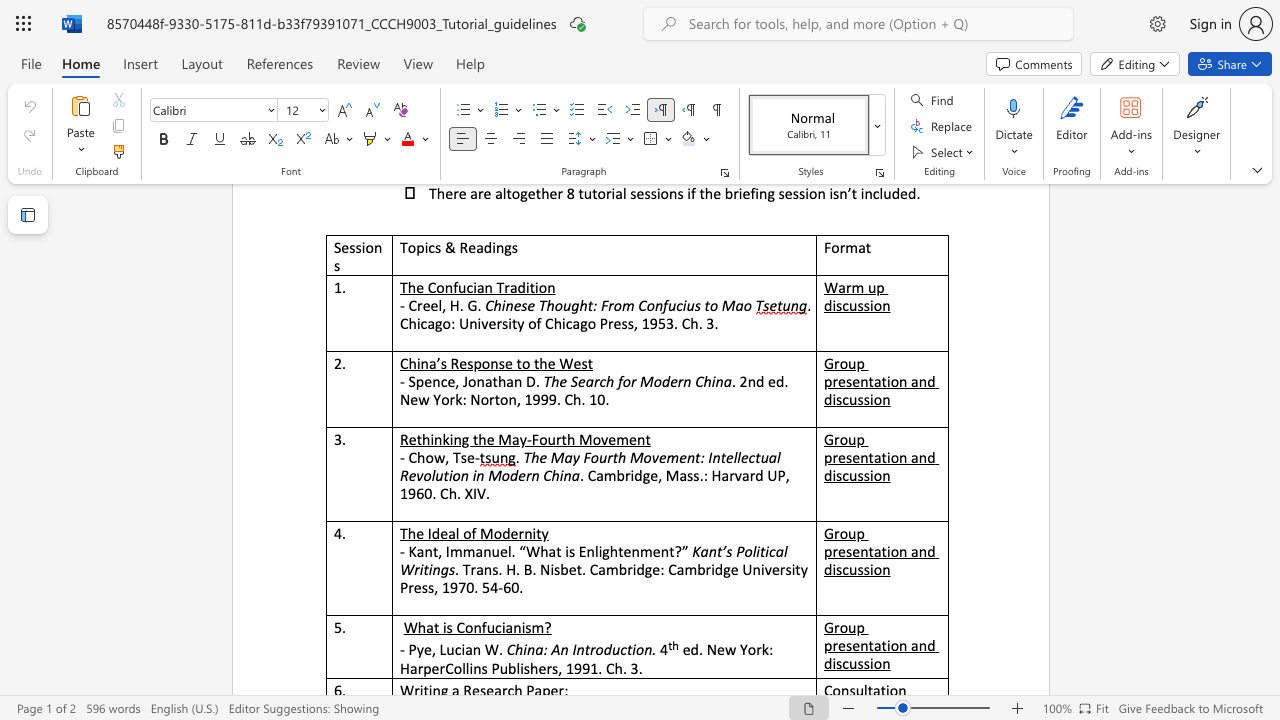 Image resolution: width=1280 pixels, height=720 pixels. I want to click on the subset text "- C" within the text "- Chow, Tse-", so click(400, 457).